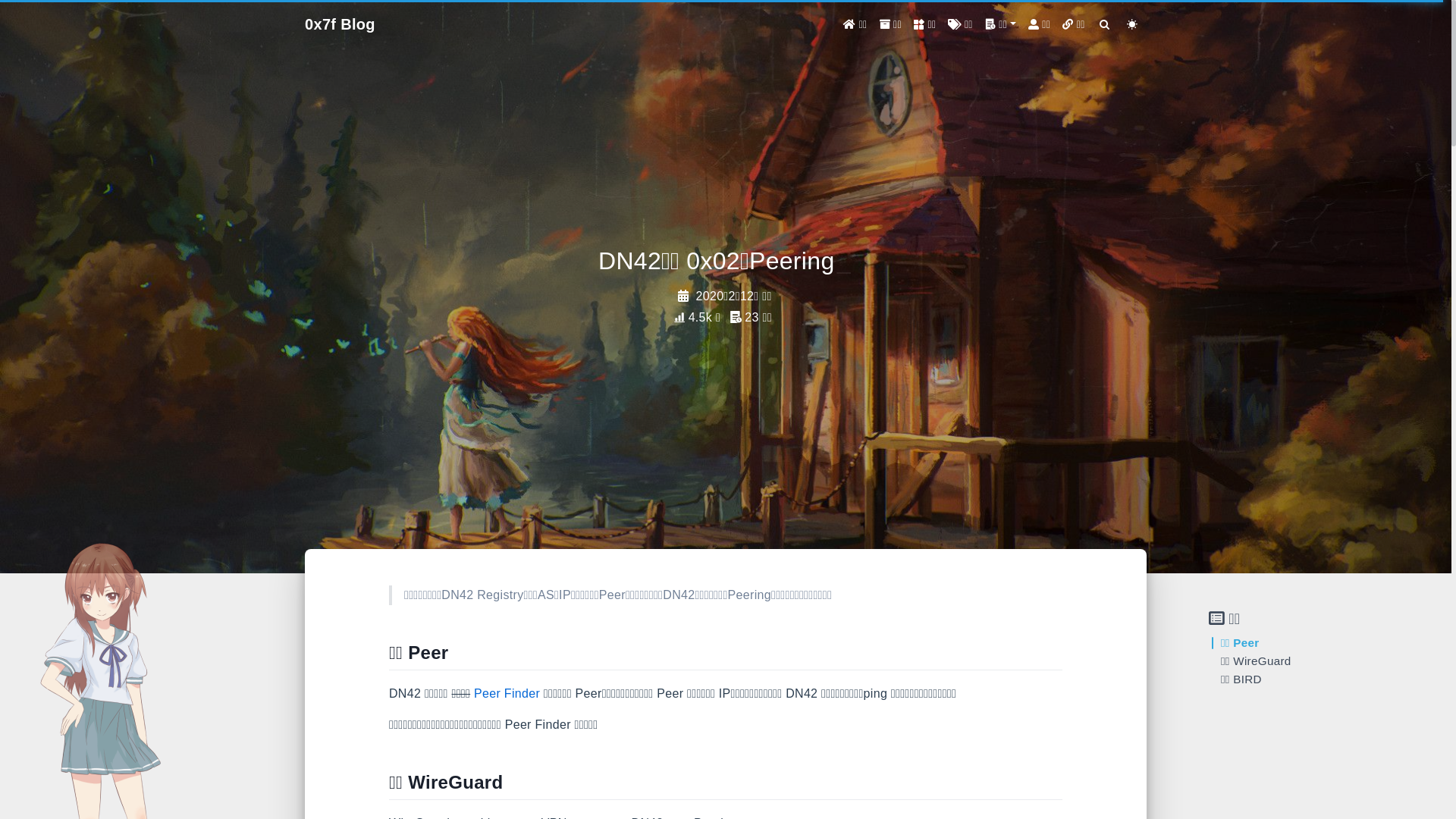 This screenshot has height=819, width=1456. I want to click on '0x7f Blog', so click(339, 24).